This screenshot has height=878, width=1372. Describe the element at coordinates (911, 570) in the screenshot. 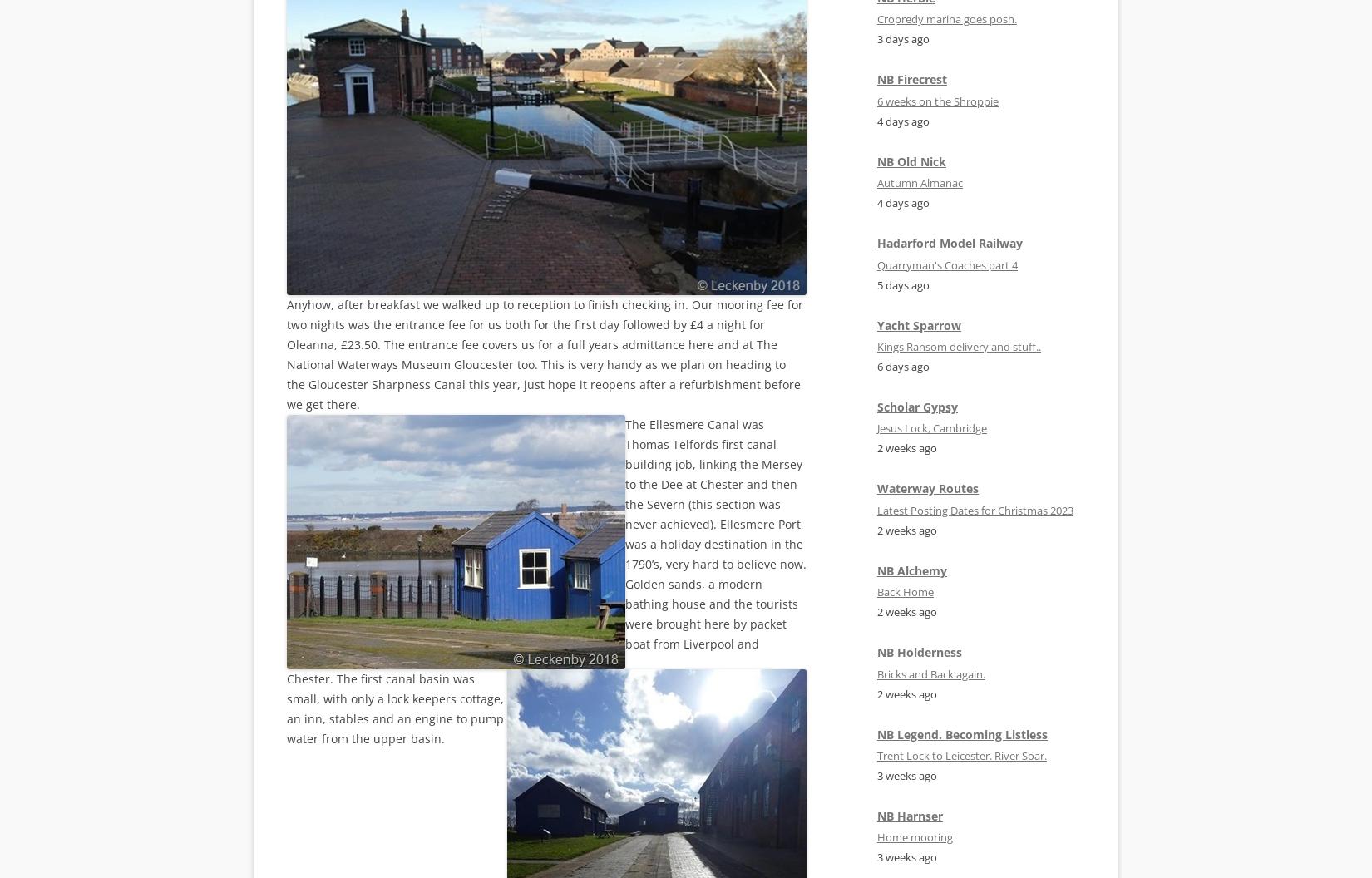

I see `'NB Alchemy'` at that location.